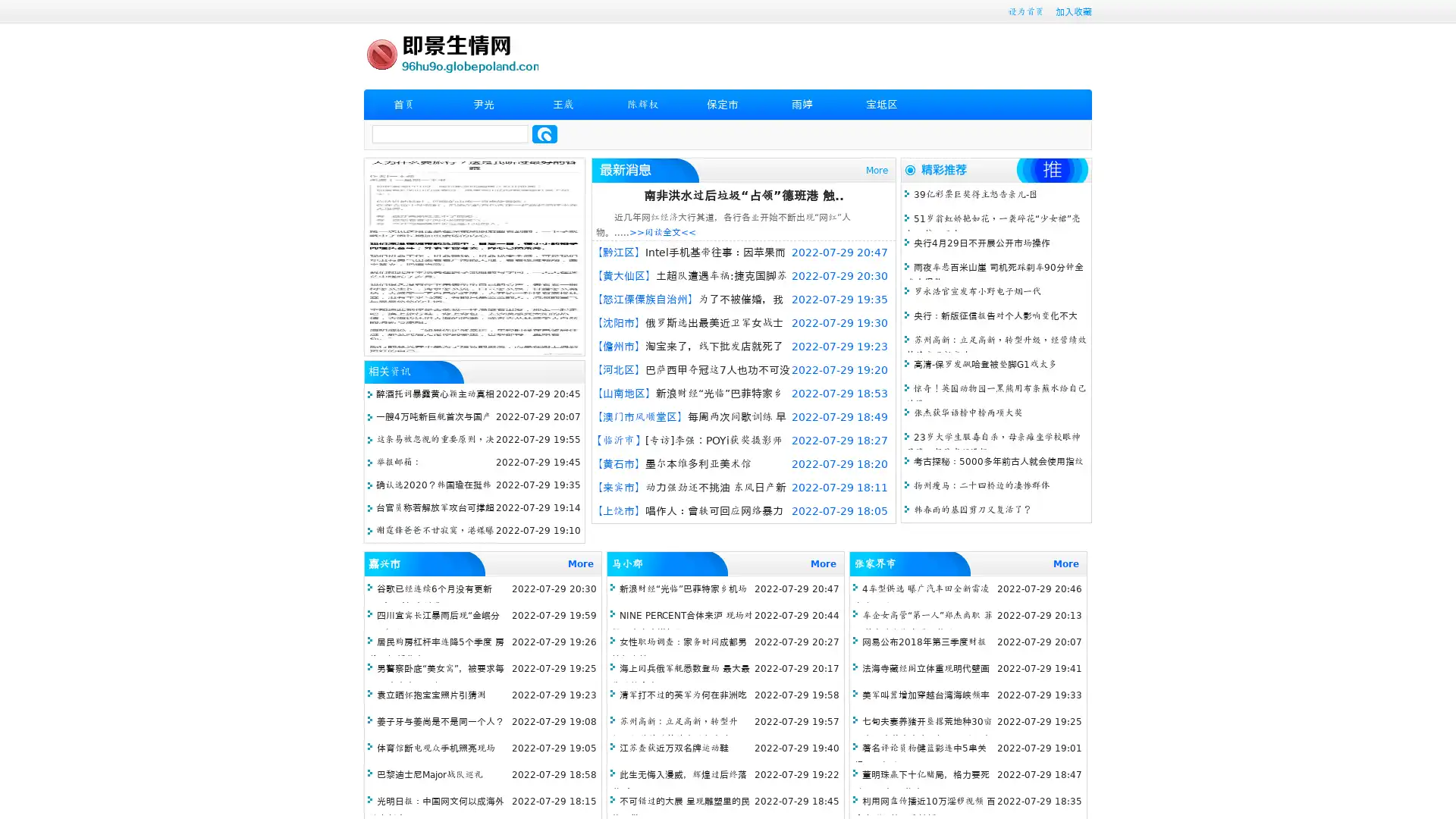 The width and height of the screenshot is (1456, 819). What do you see at coordinates (544, 133) in the screenshot?
I see `Search` at bounding box center [544, 133].